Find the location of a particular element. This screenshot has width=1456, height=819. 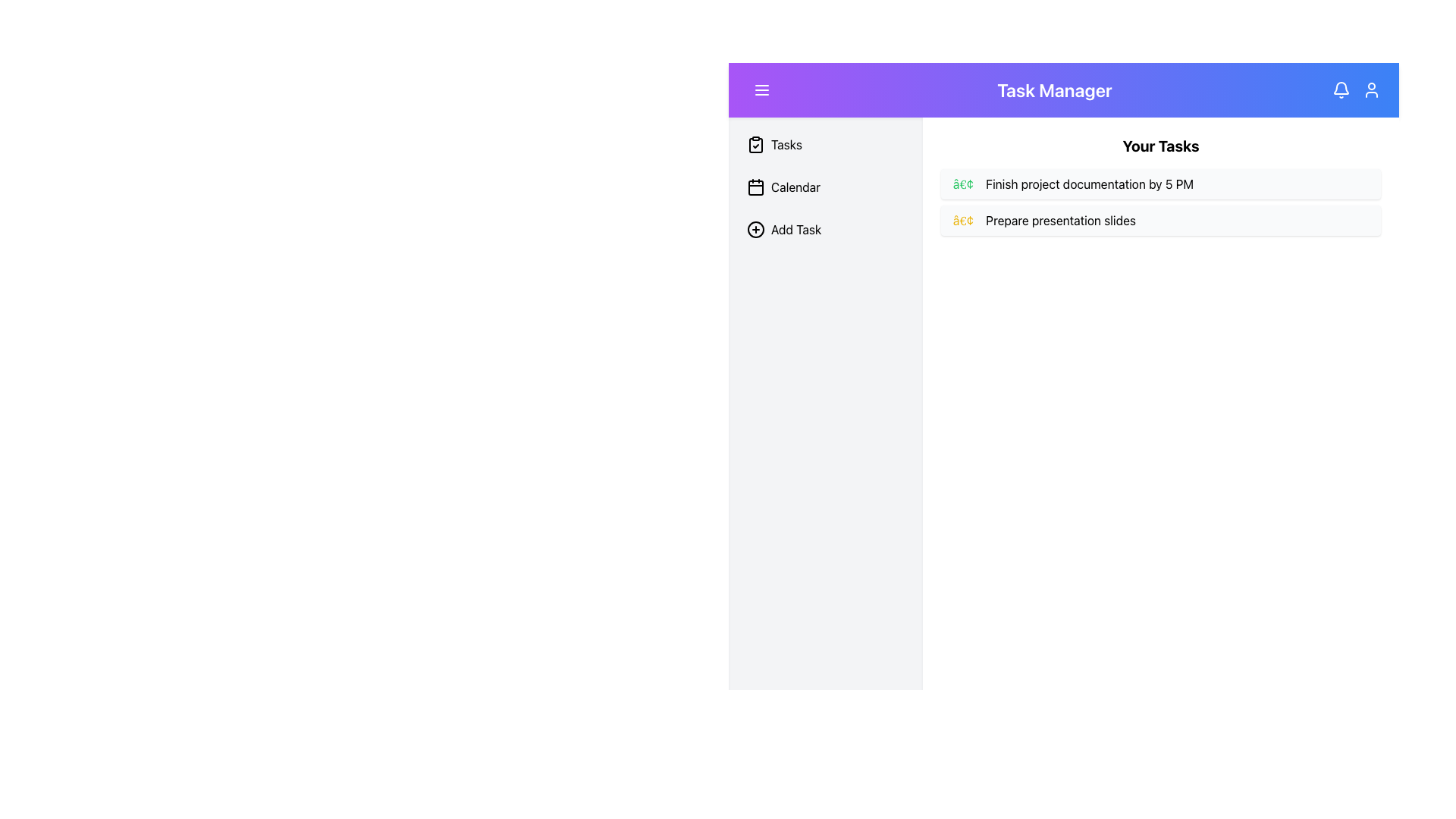

the 'Tasks' menu item icon located at the top left of the sidebar panel is located at coordinates (756, 146).